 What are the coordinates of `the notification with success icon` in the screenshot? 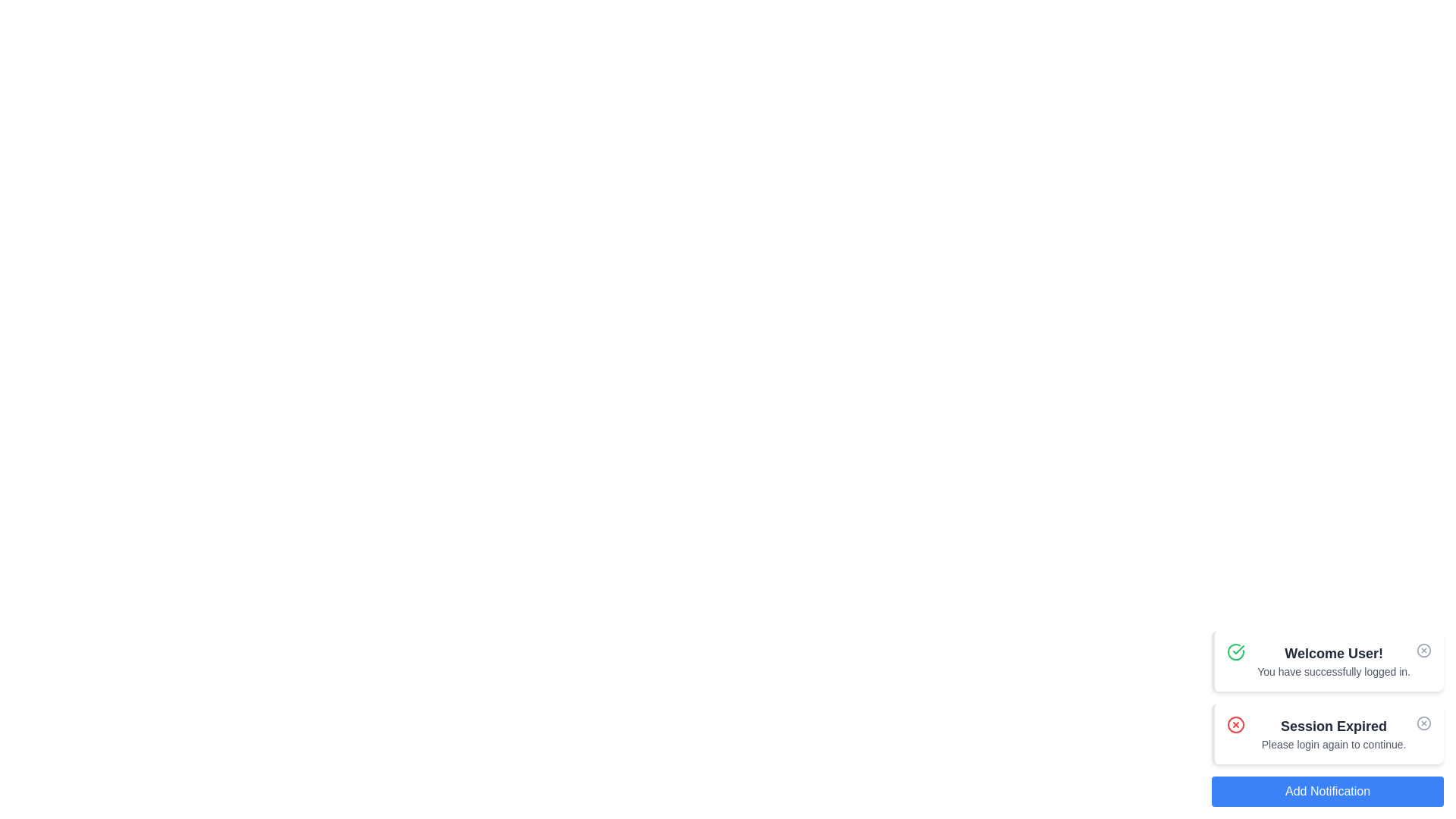 It's located at (1236, 651).